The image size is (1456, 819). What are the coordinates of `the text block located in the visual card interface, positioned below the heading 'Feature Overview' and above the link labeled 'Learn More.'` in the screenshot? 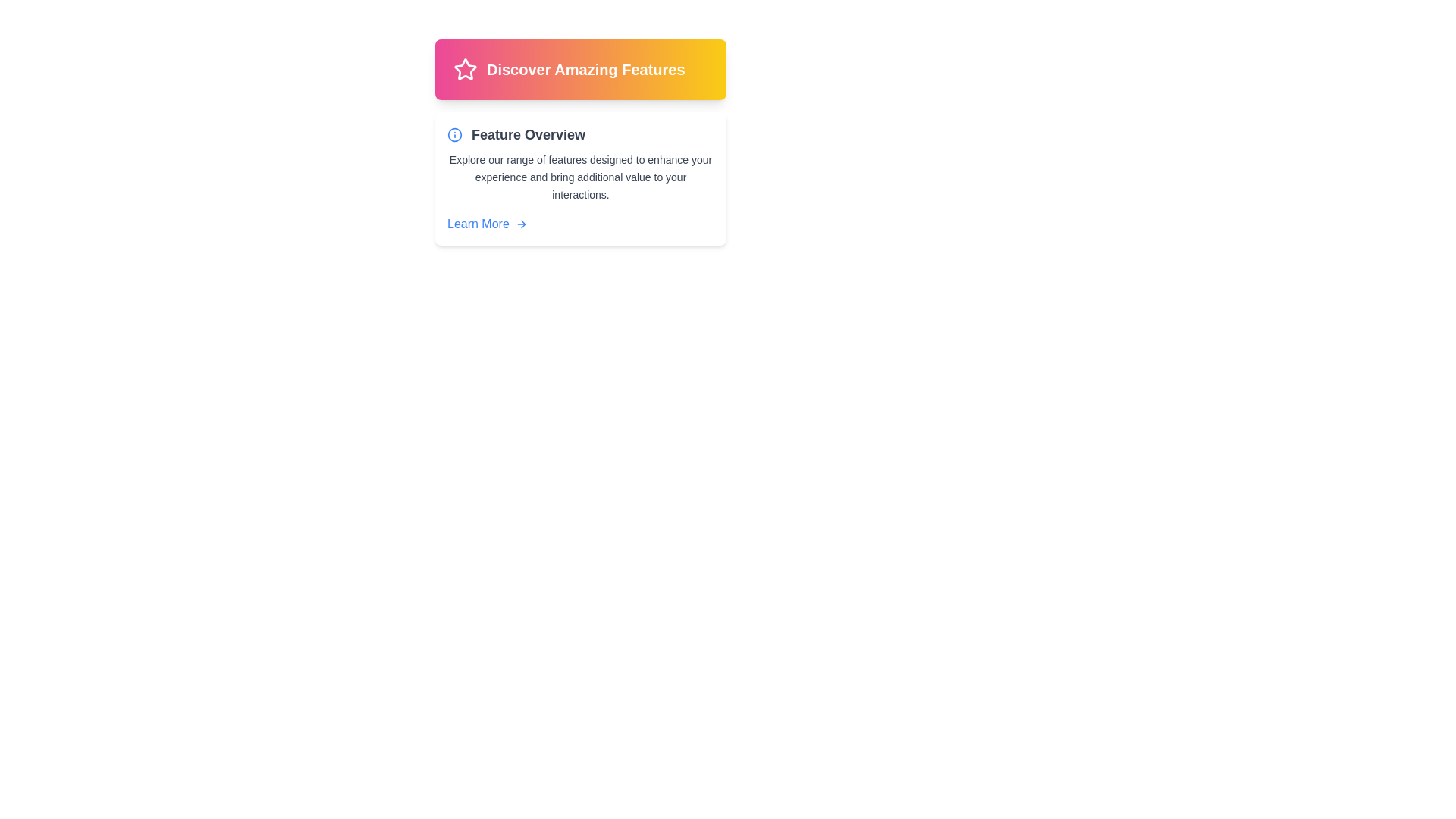 It's located at (580, 177).